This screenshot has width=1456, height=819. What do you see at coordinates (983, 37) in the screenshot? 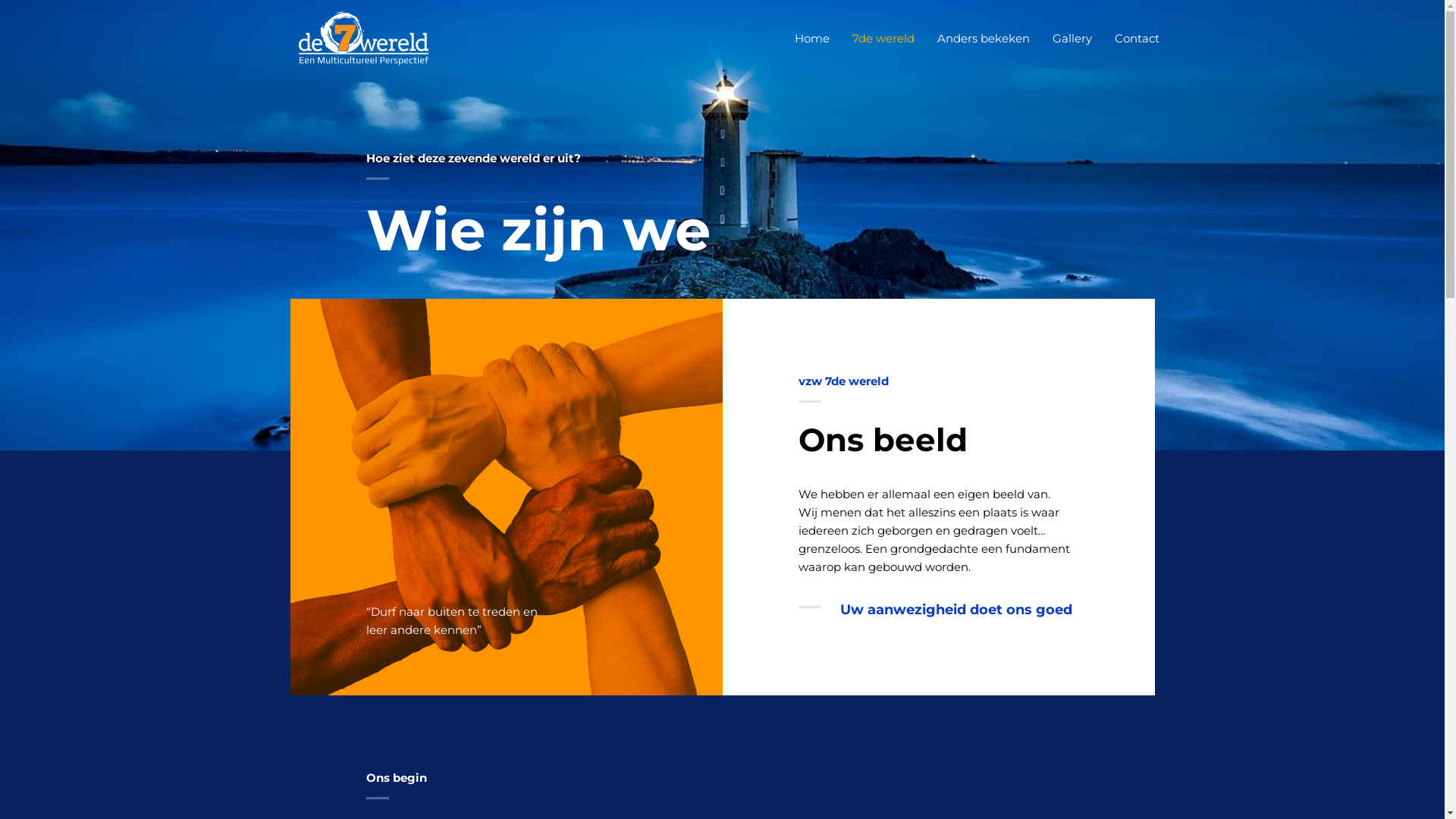
I see `'Anders bekeken'` at bounding box center [983, 37].